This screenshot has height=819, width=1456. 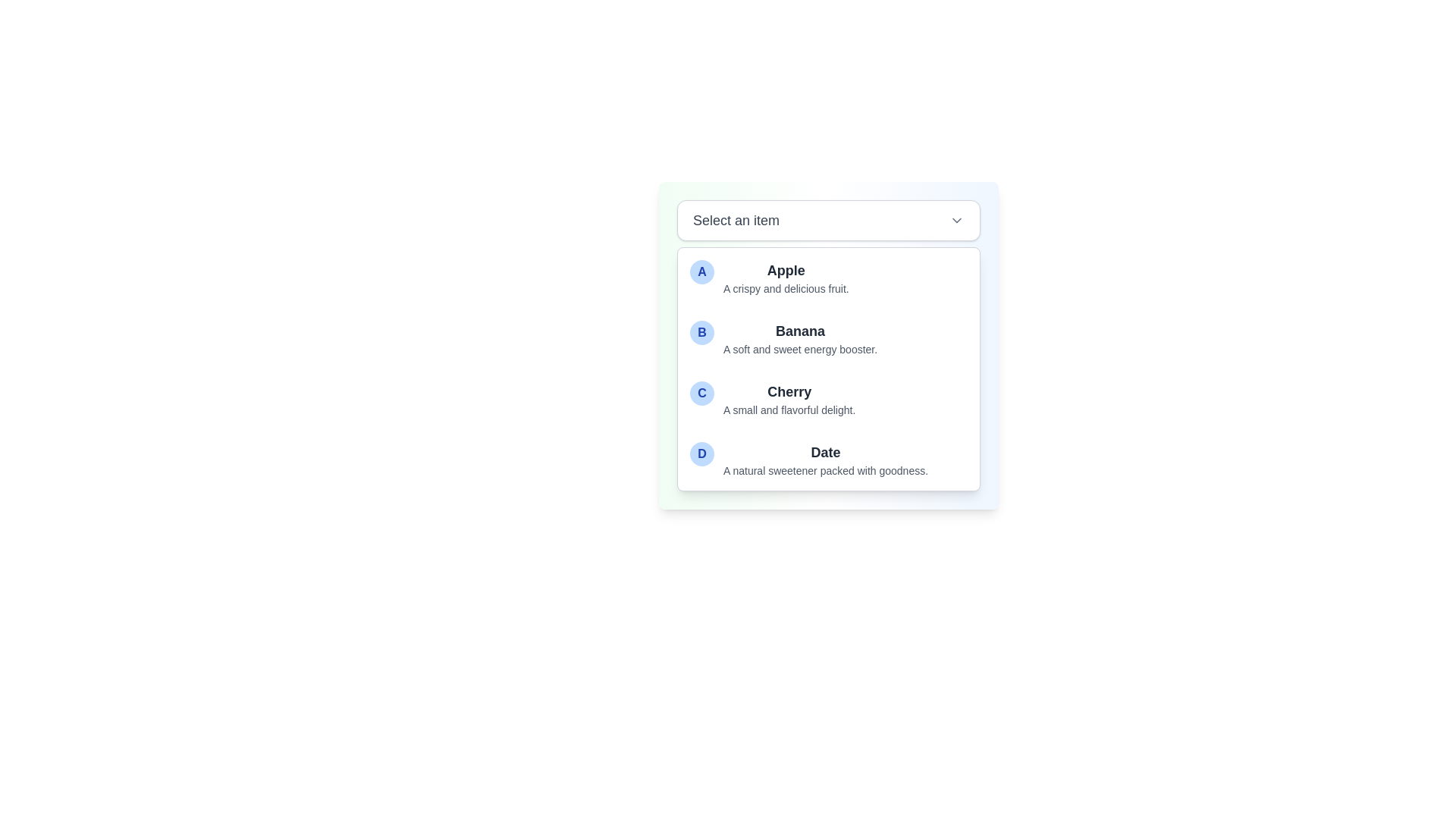 What do you see at coordinates (701, 332) in the screenshot?
I see `the Circular Badge on the left side of the list item labeled 'Banana'` at bounding box center [701, 332].